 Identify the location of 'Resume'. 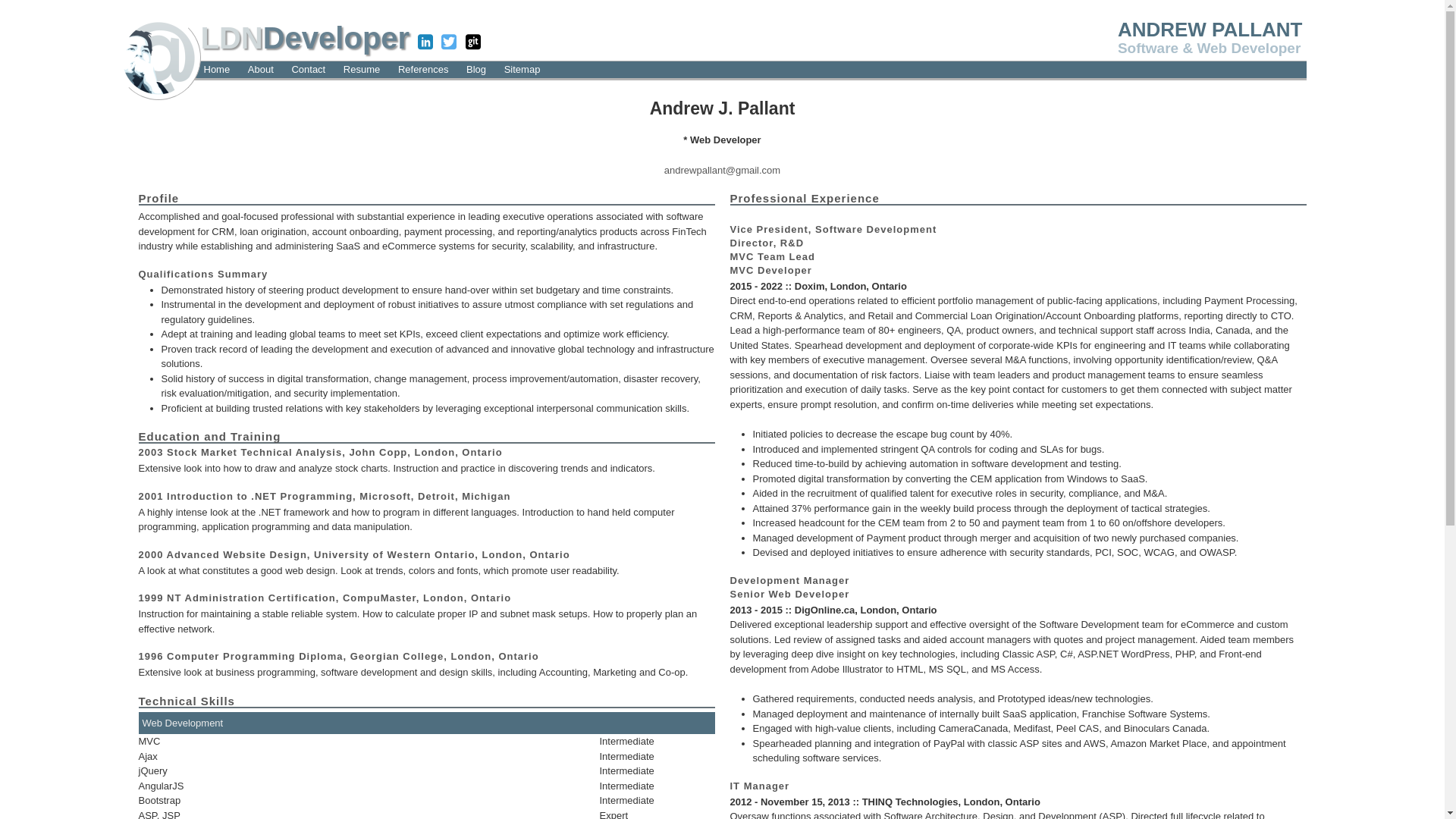
(360, 69).